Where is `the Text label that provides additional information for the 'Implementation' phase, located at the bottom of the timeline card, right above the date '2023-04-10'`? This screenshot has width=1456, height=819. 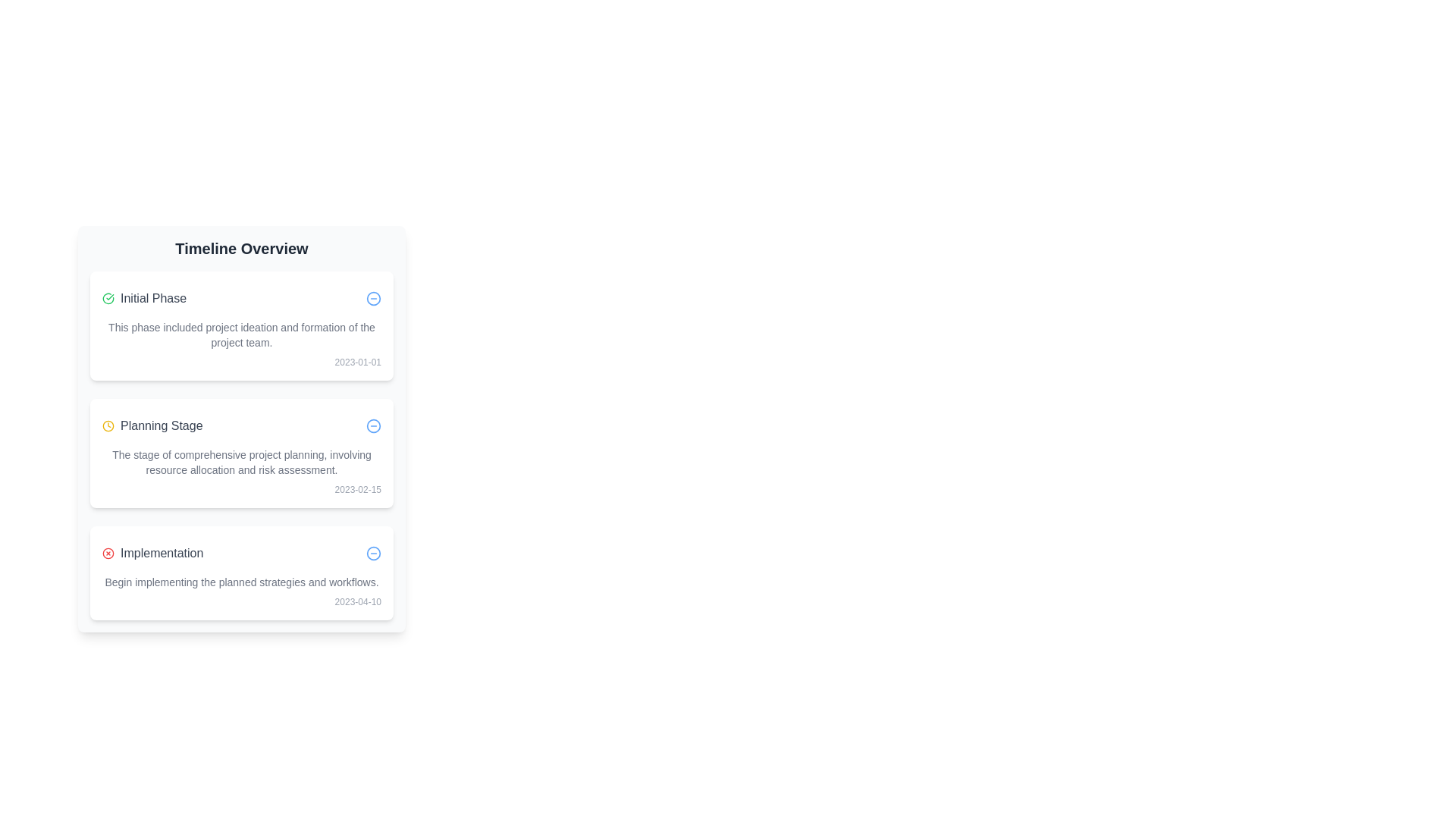 the Text label that provides additional information for the 'Implementation' phase, located at the bottom of the timeline card, right above the date '2023-04-10' is located at coordinates (240, 581).